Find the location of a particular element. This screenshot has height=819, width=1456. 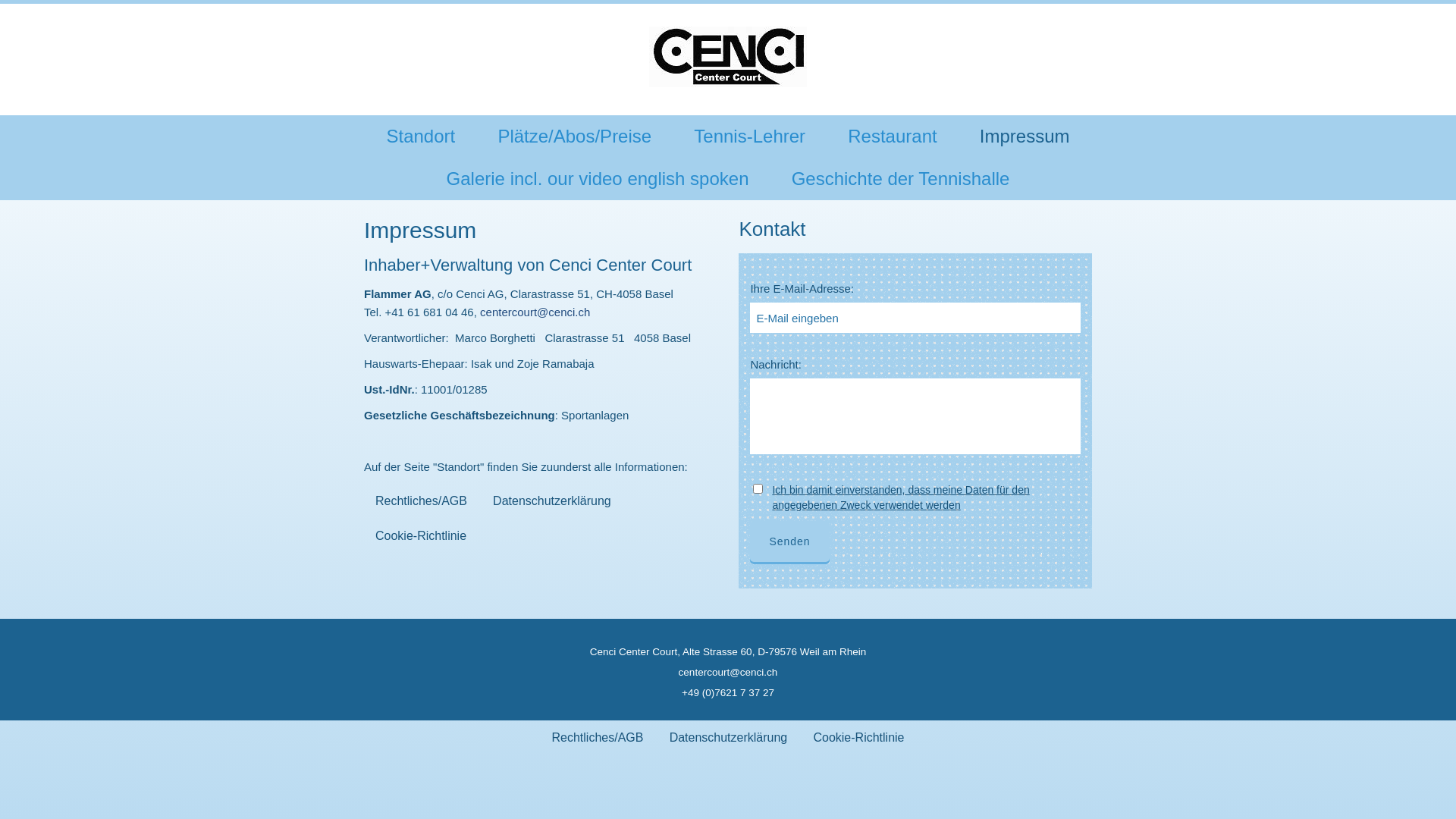

'Tennis-Lehrer' is located at coordinates (749, 136).